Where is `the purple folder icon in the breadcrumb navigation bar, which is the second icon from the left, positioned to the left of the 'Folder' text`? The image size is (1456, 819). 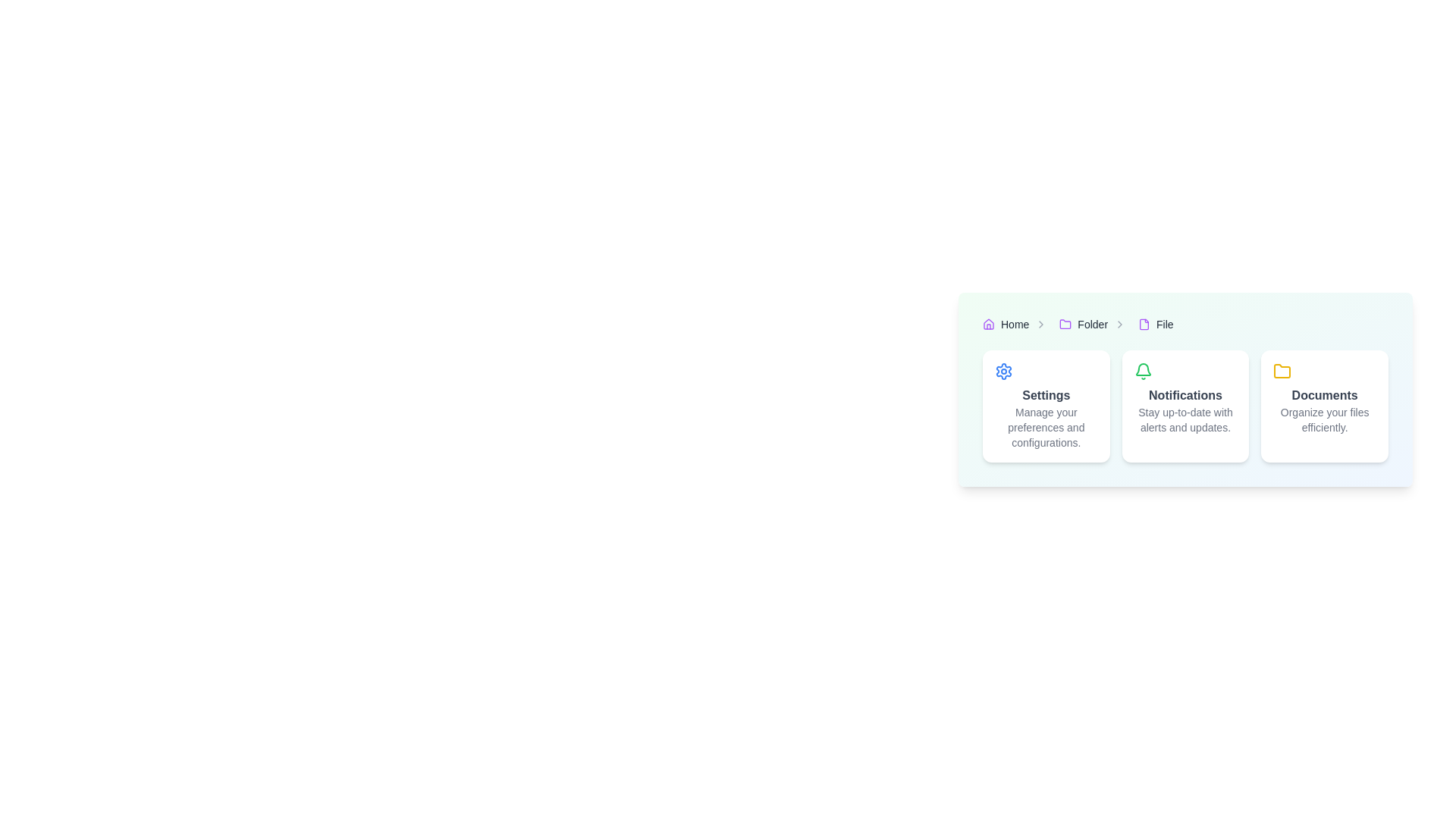
the purple folder icon in the breadcrumb navigation bar, which is the second icon from the left, positioned to the left of the 'Folder' text is located at coordinates (1065, 324).